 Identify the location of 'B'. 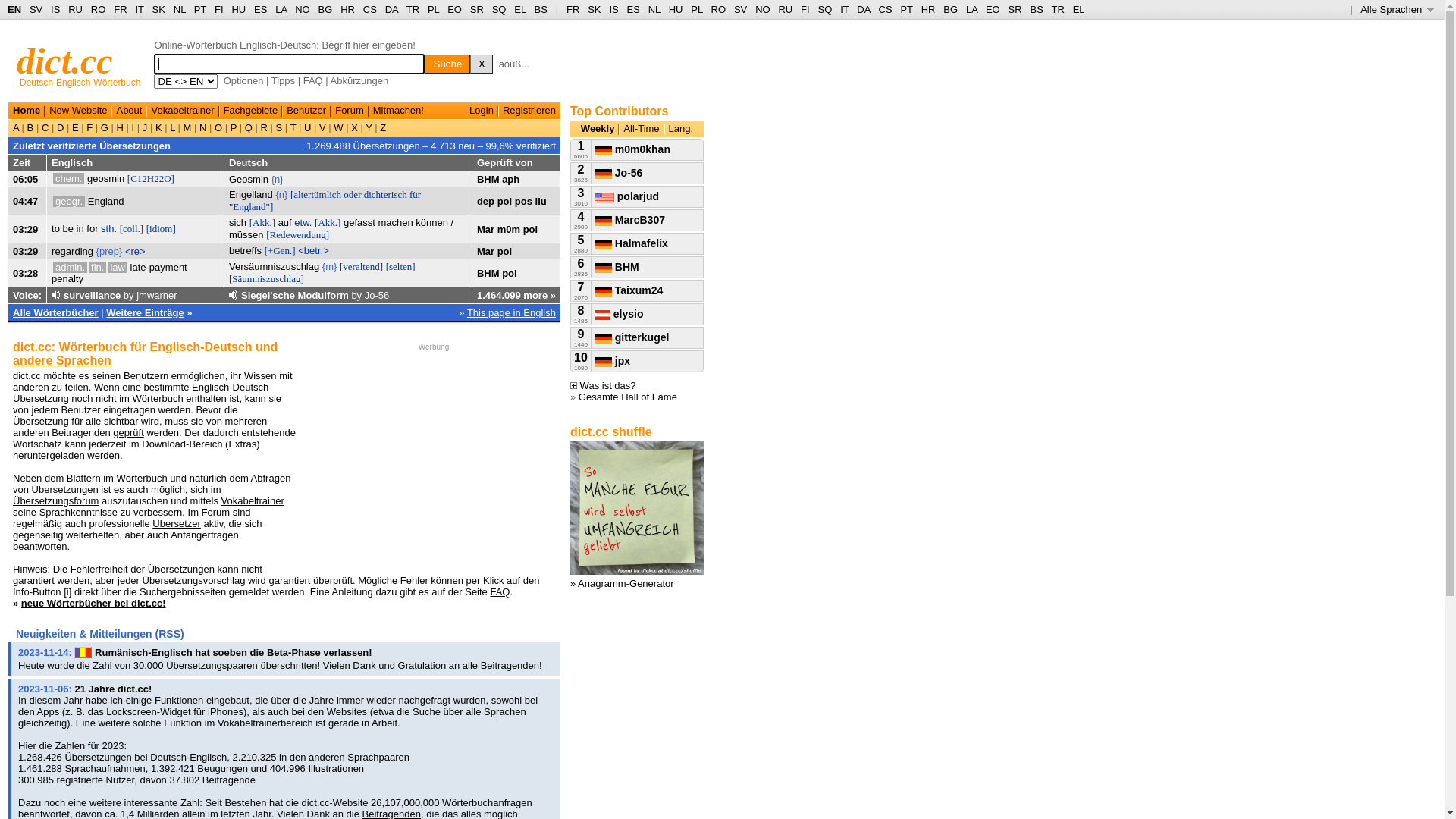
(30, 127).